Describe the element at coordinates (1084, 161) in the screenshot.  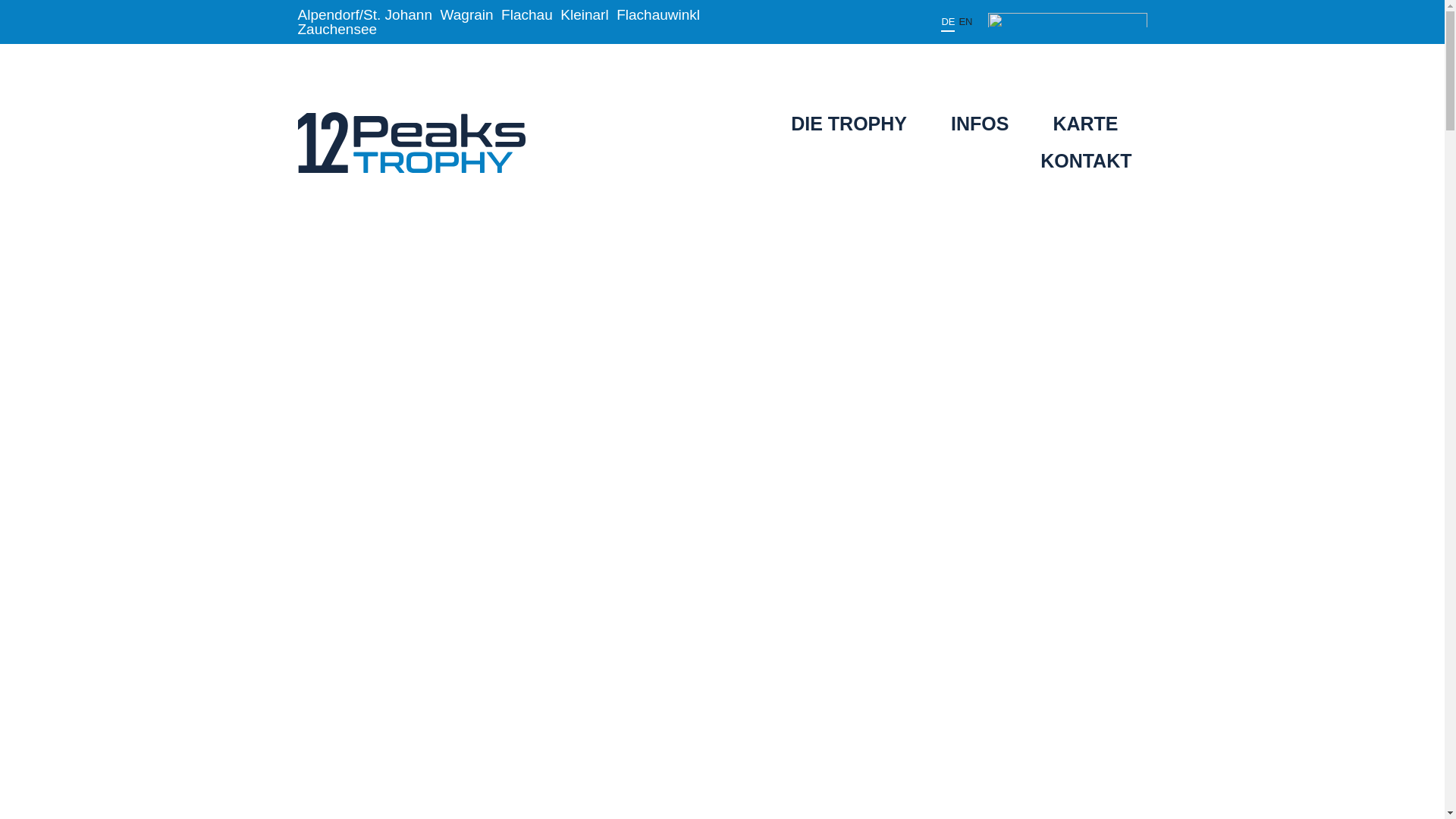
I see `'KONTAKT'` at that location.